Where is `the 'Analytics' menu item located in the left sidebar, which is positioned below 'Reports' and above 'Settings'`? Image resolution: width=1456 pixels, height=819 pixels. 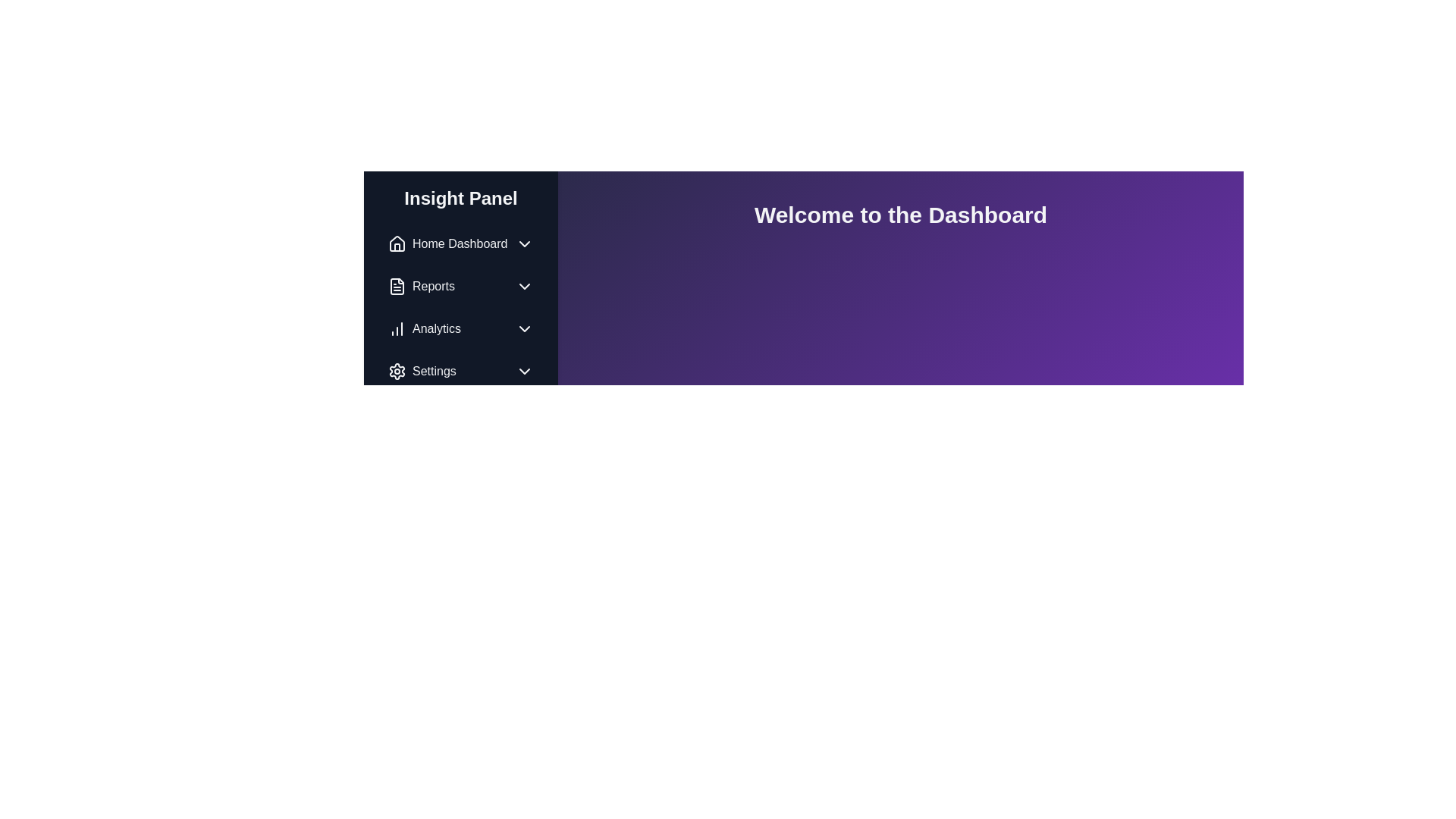
the 'Analytics' menu item located in the left sidebar, which is positioned below 'Reports' and above 'Settings' is located at coordinates (425, 328).